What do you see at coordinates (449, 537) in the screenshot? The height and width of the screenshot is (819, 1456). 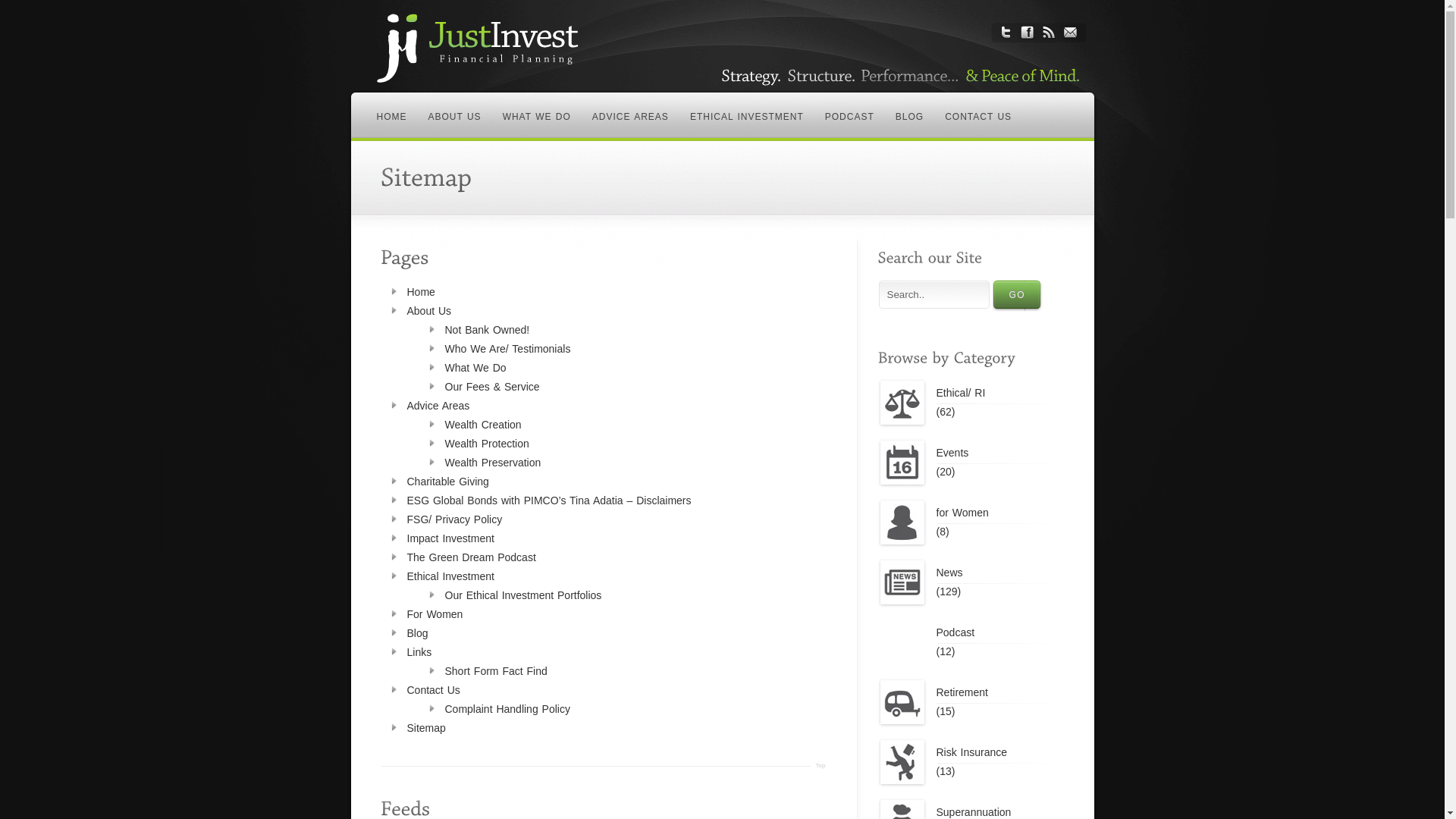 I see `'Impact Investment'` at bounding box center [449, 537].